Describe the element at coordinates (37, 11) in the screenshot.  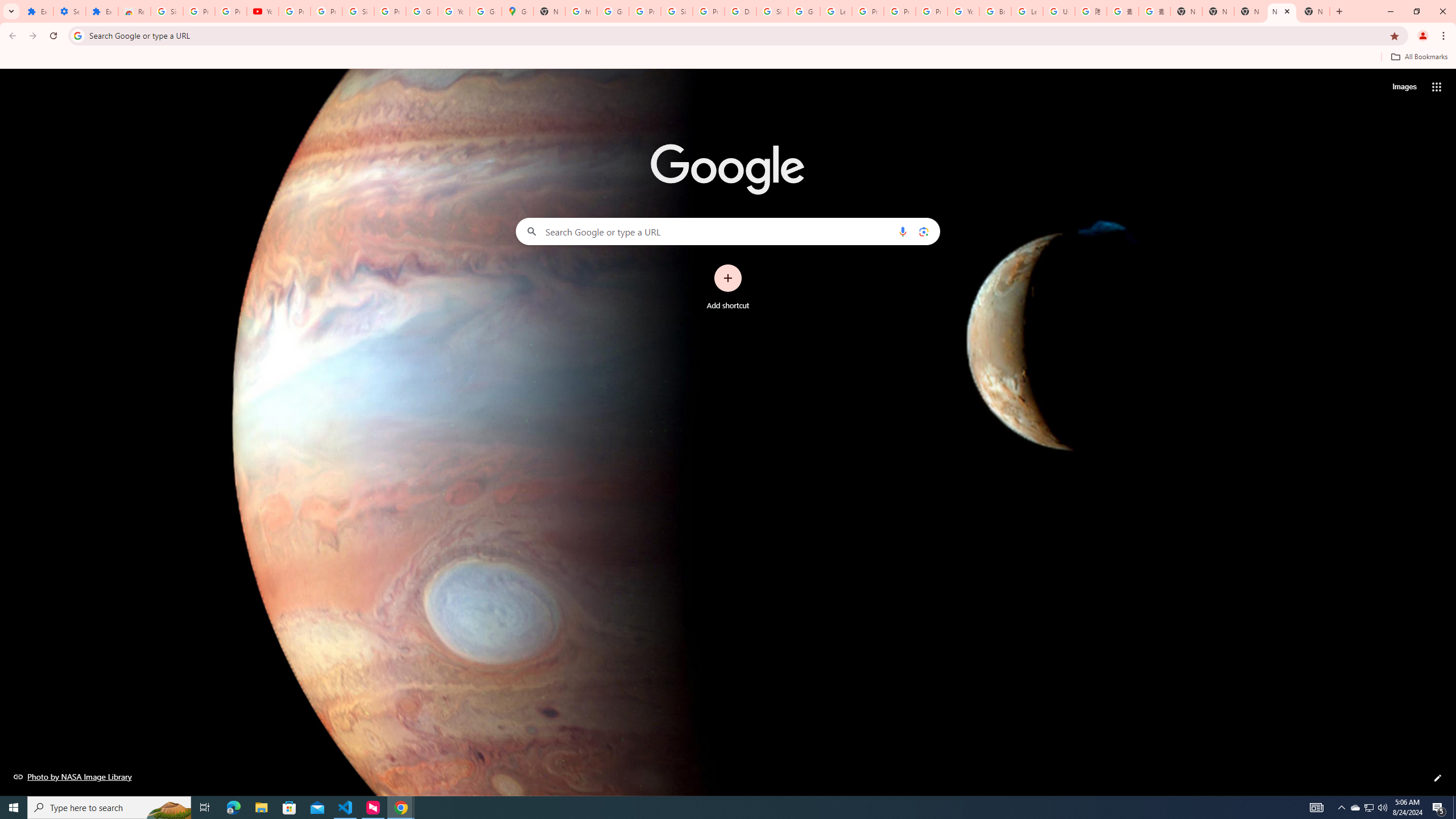
I see `'Extensions'` at that location.